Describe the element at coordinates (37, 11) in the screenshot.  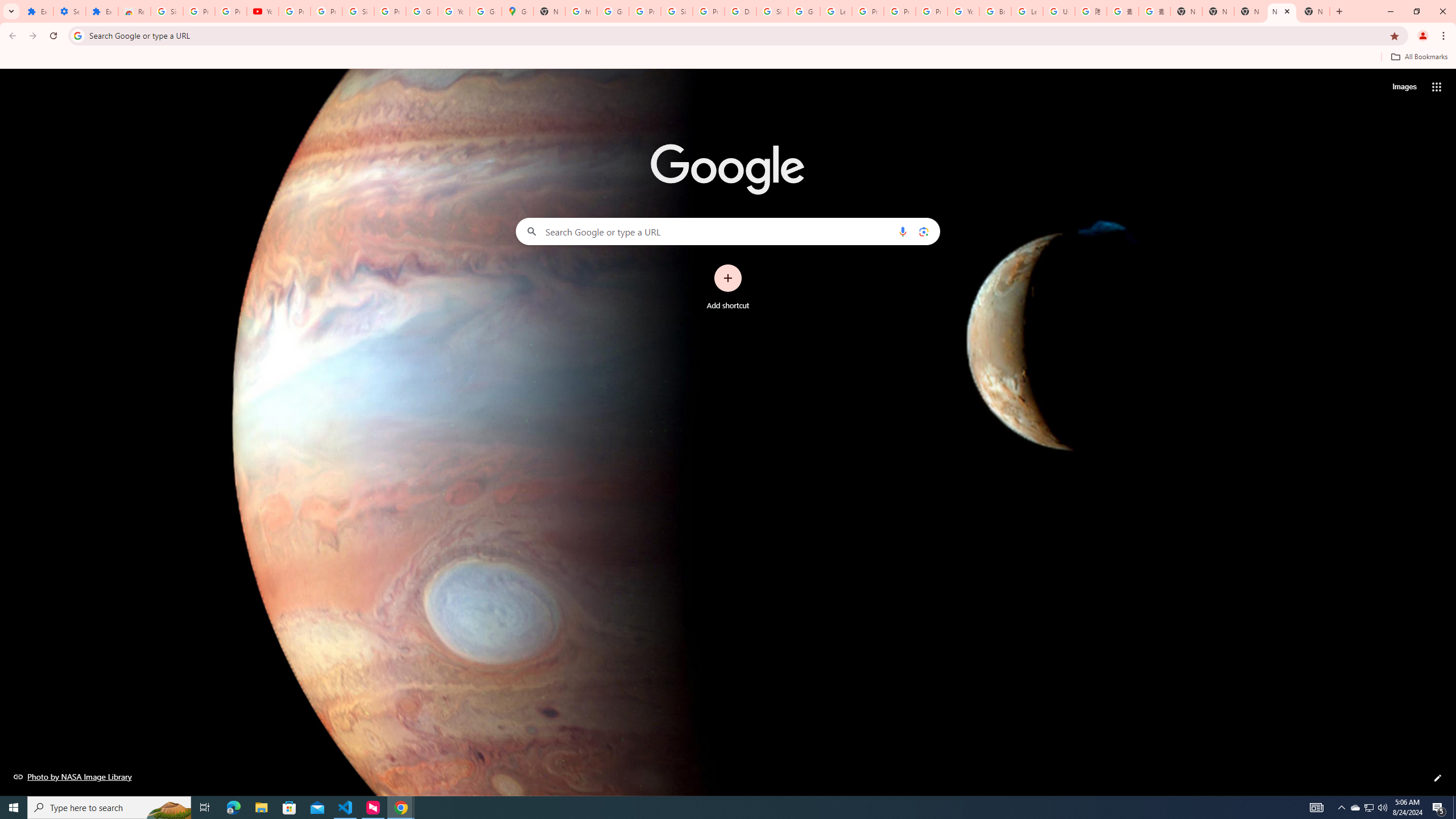
I see `'Extensions'` at that location.